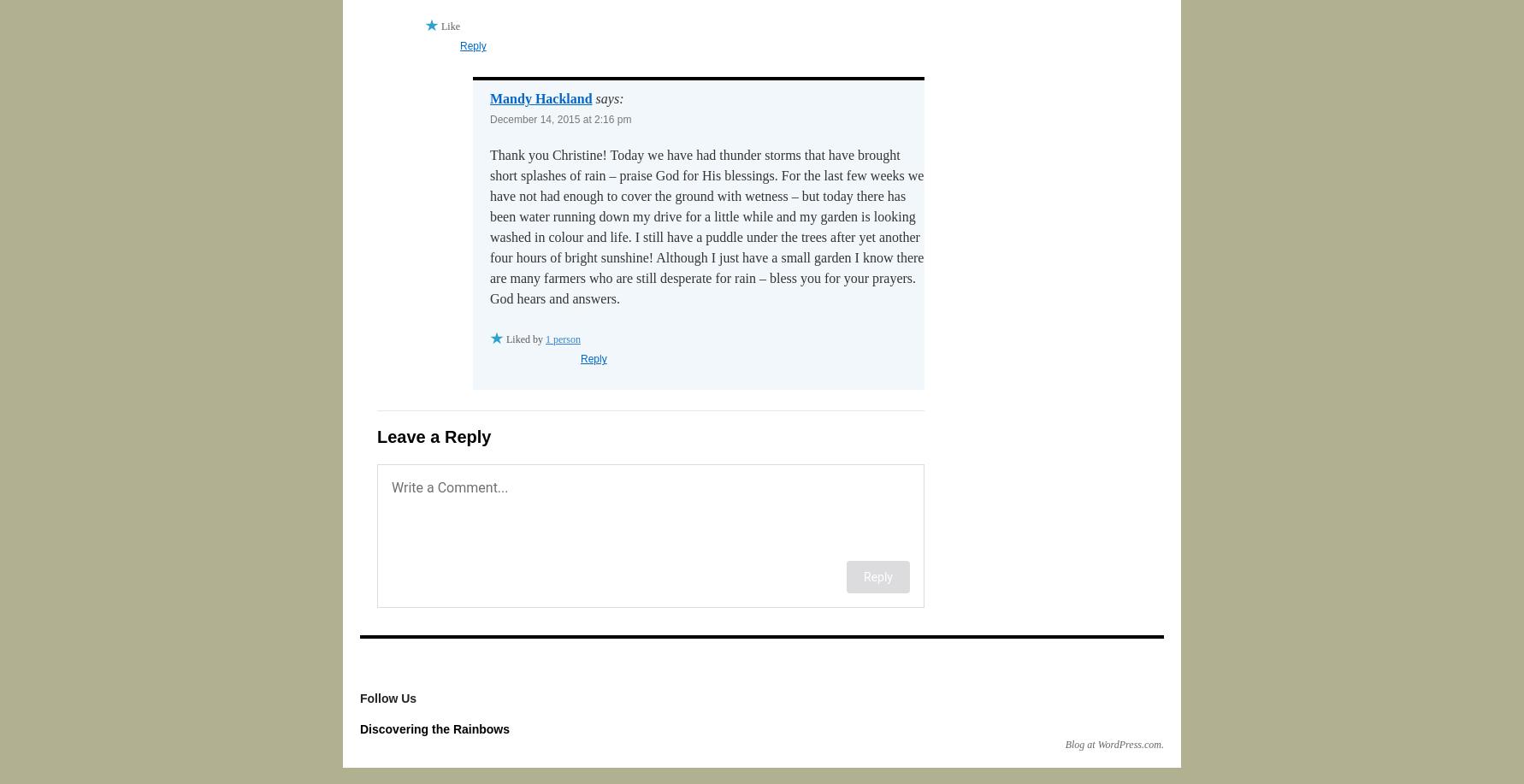 The width and height of the screenshot is (1524, 784). What do you see at coordinates (525, 339) in the screenshot?
I see `'Liked by'` at bounding box center [525, 339].